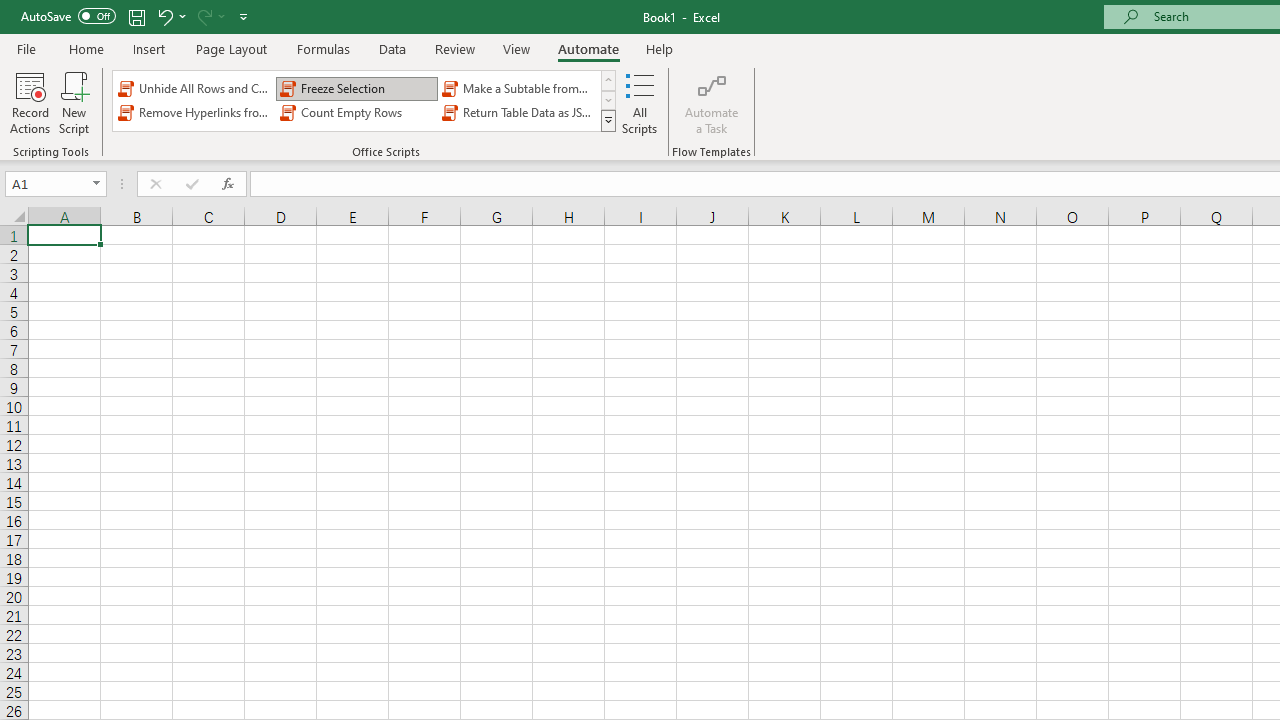 The image size is (1280, 720). Describe the element at coordinates (195, 113) in the screenshot. I see `'Remove Hyperlinks from Sheet'` at that location.